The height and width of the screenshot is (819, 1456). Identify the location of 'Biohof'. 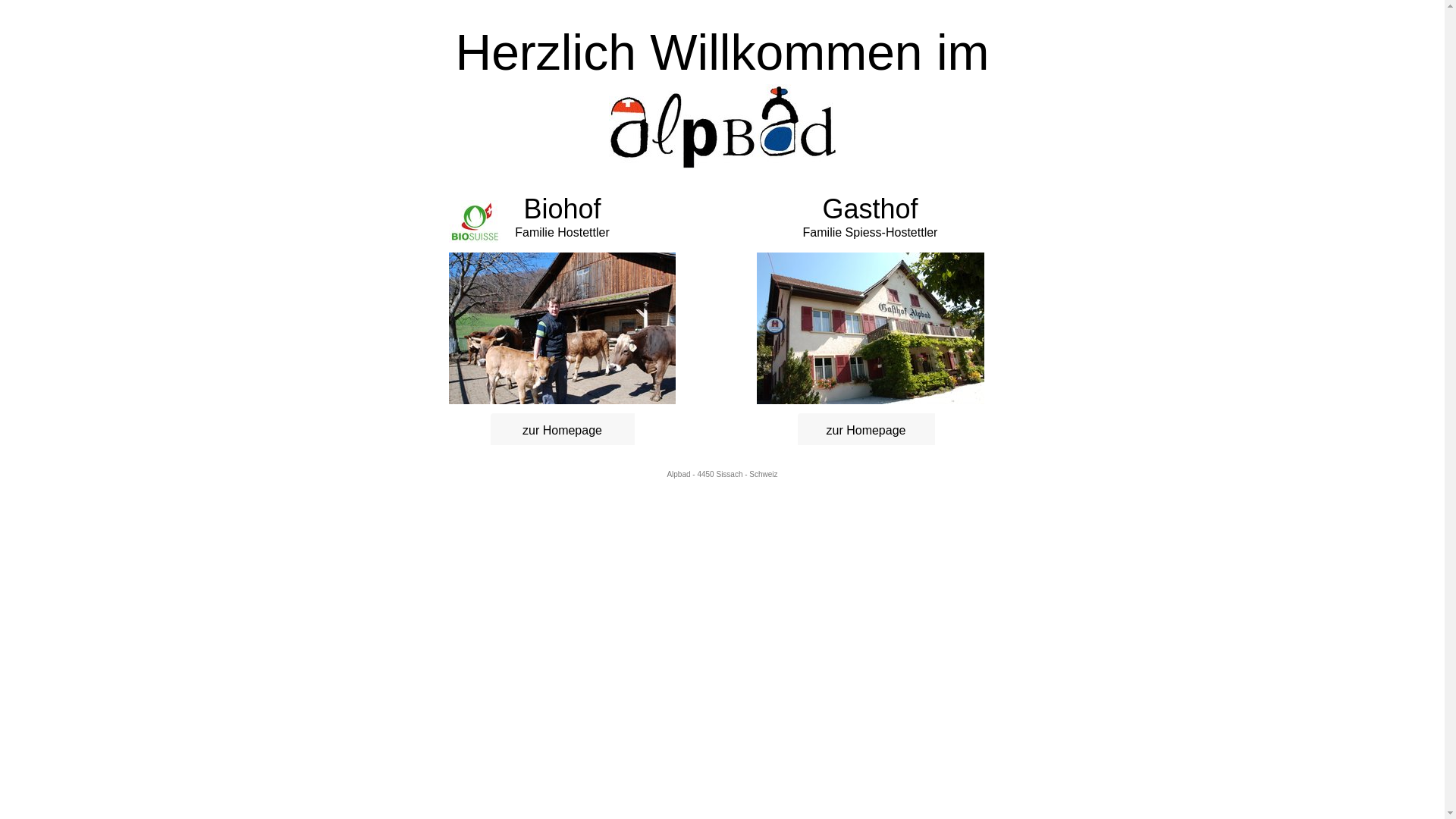
(523, 214).